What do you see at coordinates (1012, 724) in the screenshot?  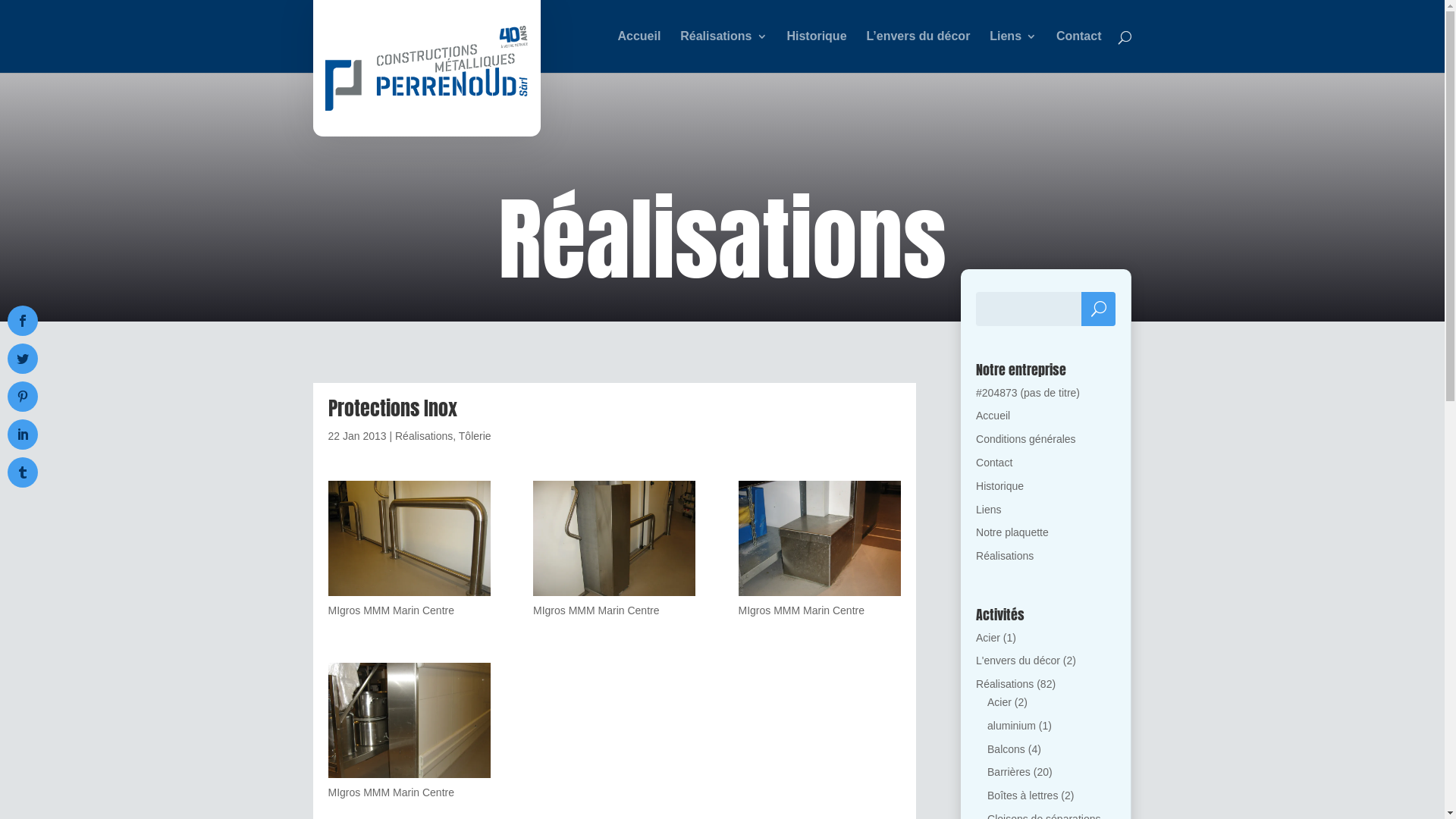 I see `'aluminium'` at bounding box center [1012, 724].